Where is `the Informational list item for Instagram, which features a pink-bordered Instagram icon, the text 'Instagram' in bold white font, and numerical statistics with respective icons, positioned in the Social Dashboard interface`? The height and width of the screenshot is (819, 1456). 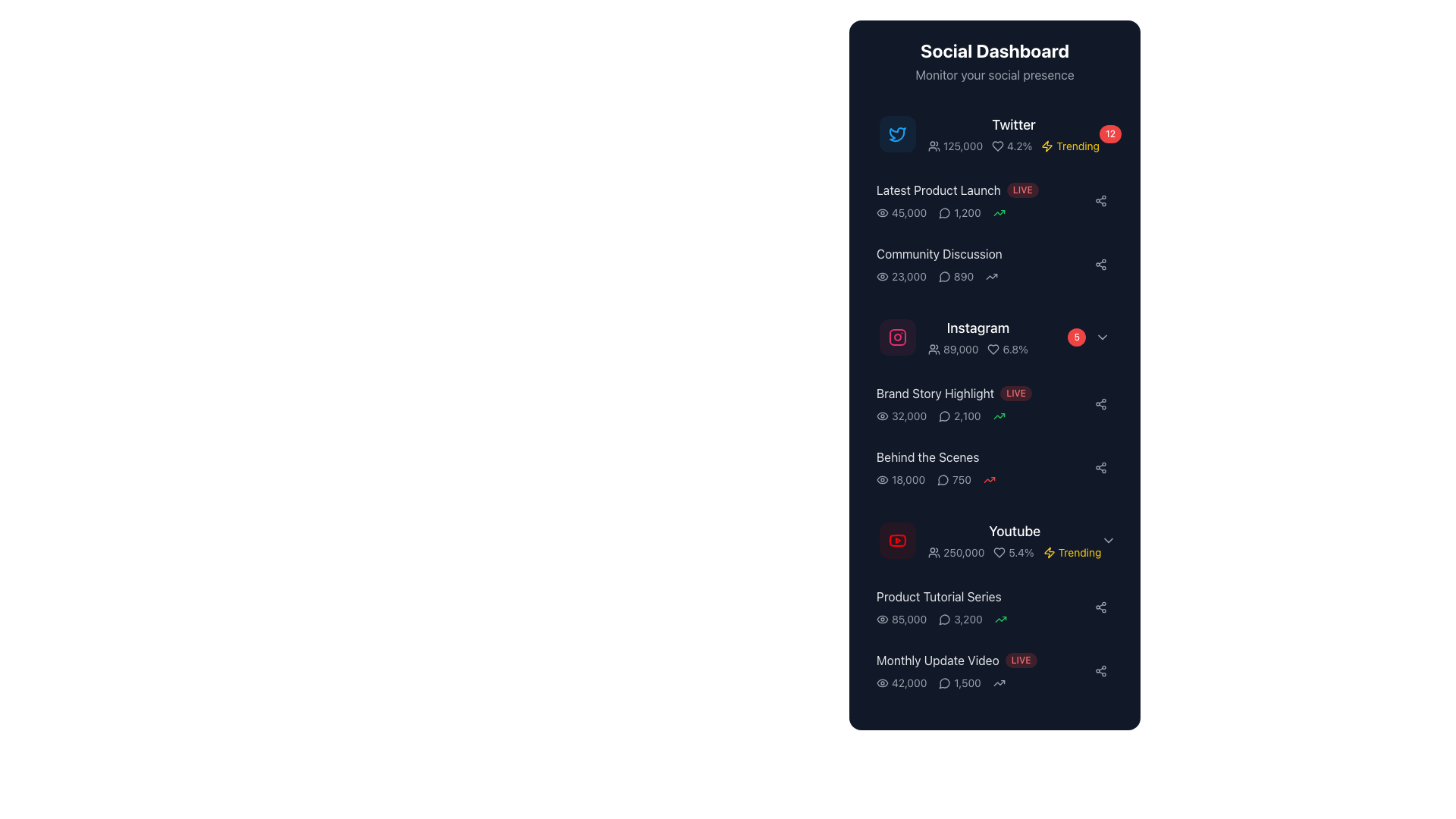
the Informational list item for Instagram, which features a pink-bordered Instagram icon, the text 'Instagram' in bold white font, and numerical statistics with respective icons, positioned in the Social Dashboard interface is located at coordinates (952, 336).